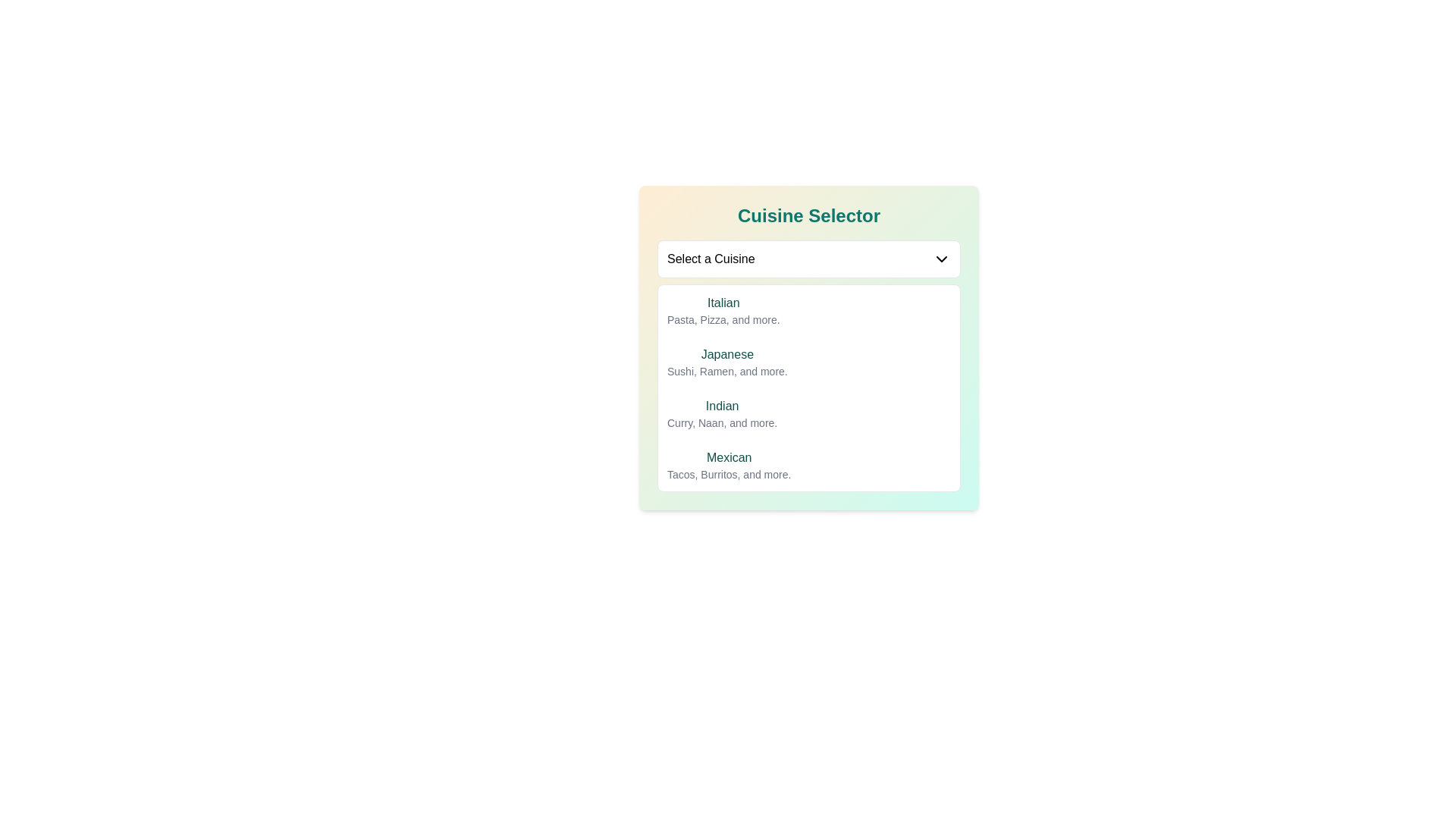  What do you see at coordinates (808, 414) in the screenshot?
I see `the 'Indian' cuisine option in the dropdown menu, which is the third item positioned between 'Japanese' and 'Mexican'` at bounding box center [808, 414].